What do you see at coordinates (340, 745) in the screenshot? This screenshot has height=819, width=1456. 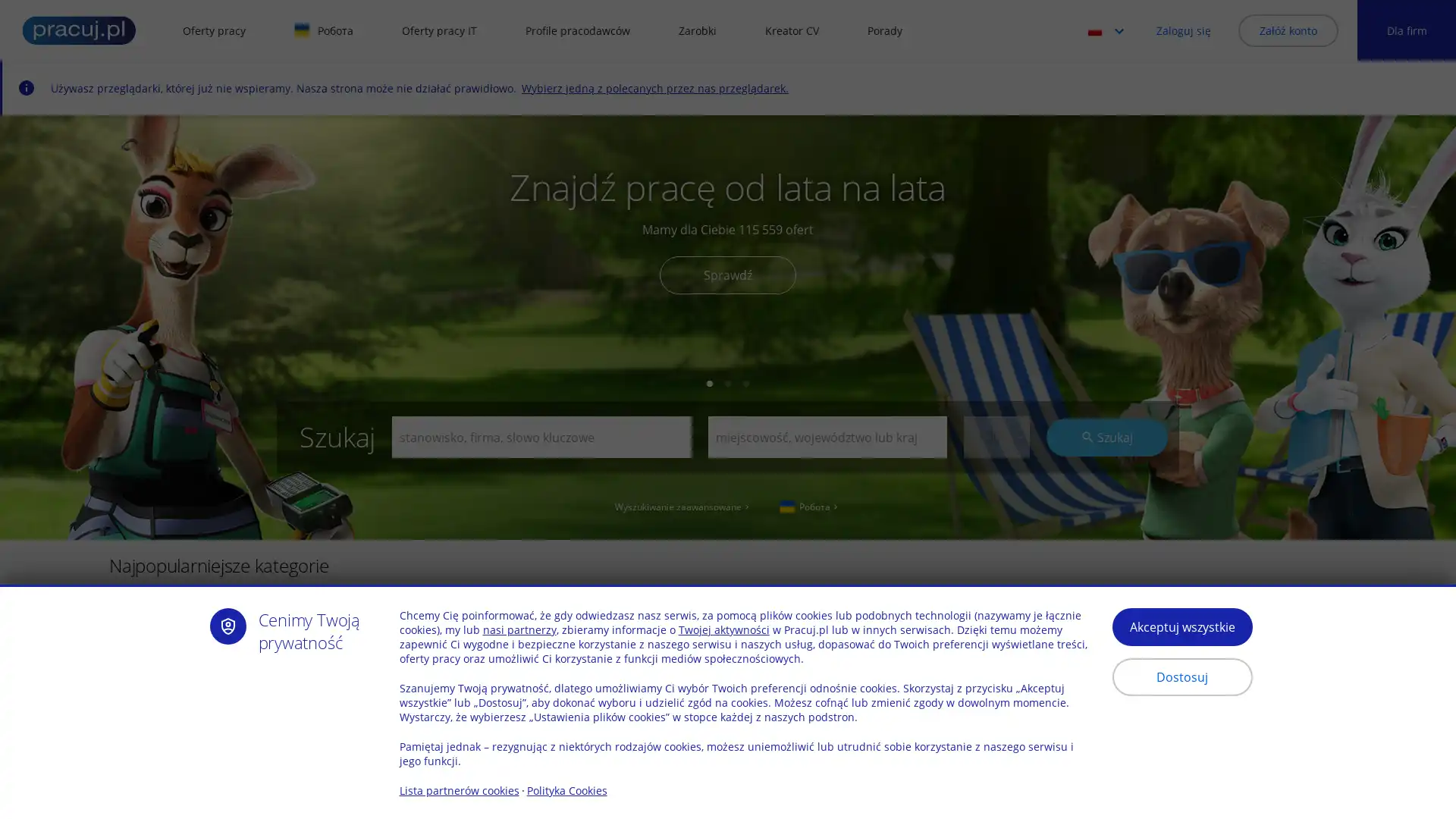 I see `ZAPISANE` at bounding box center [340, 745].